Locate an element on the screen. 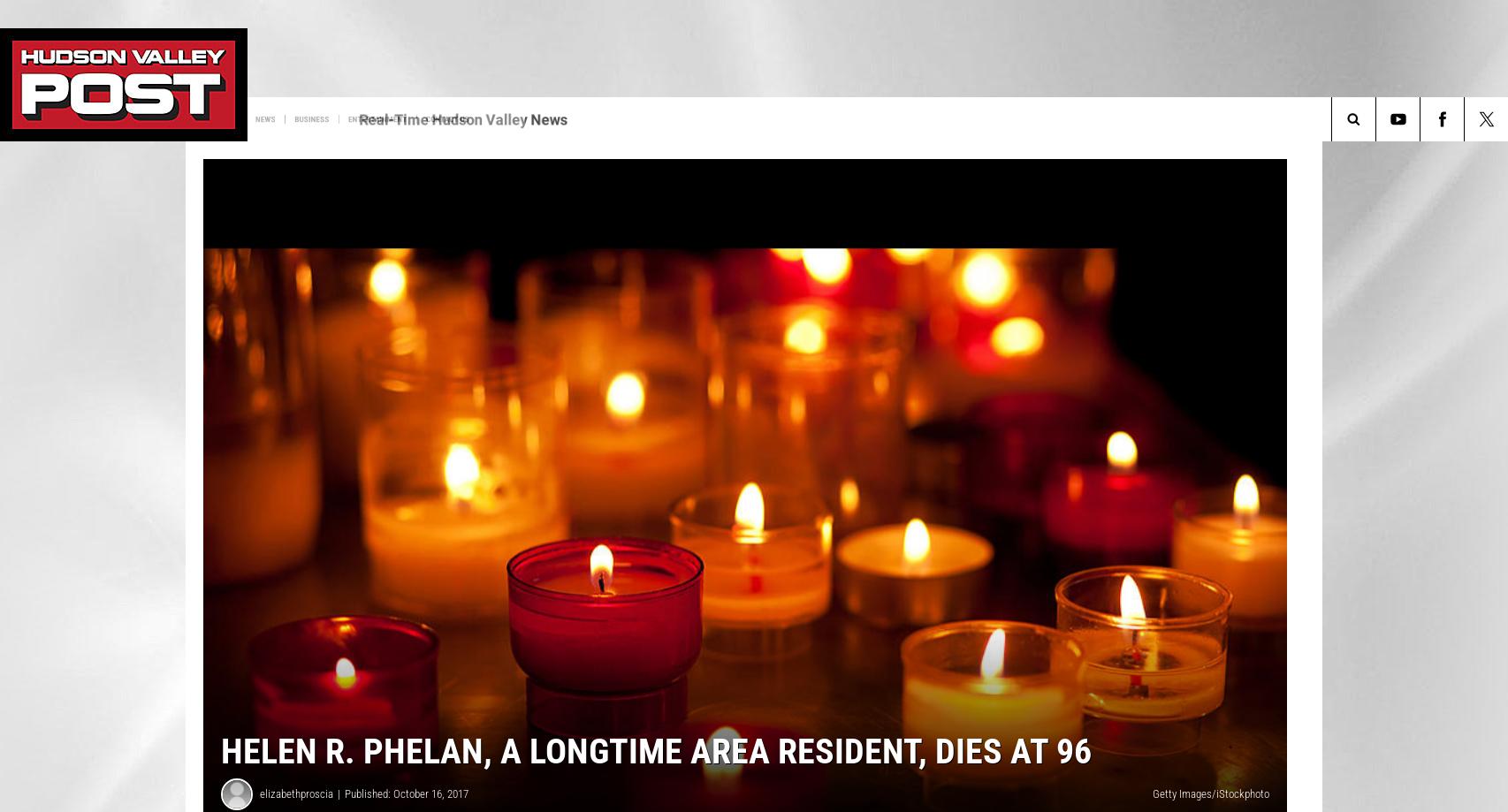 This screenshot has height=812, width=1508. 'News' is located at coordinates (429, 118).